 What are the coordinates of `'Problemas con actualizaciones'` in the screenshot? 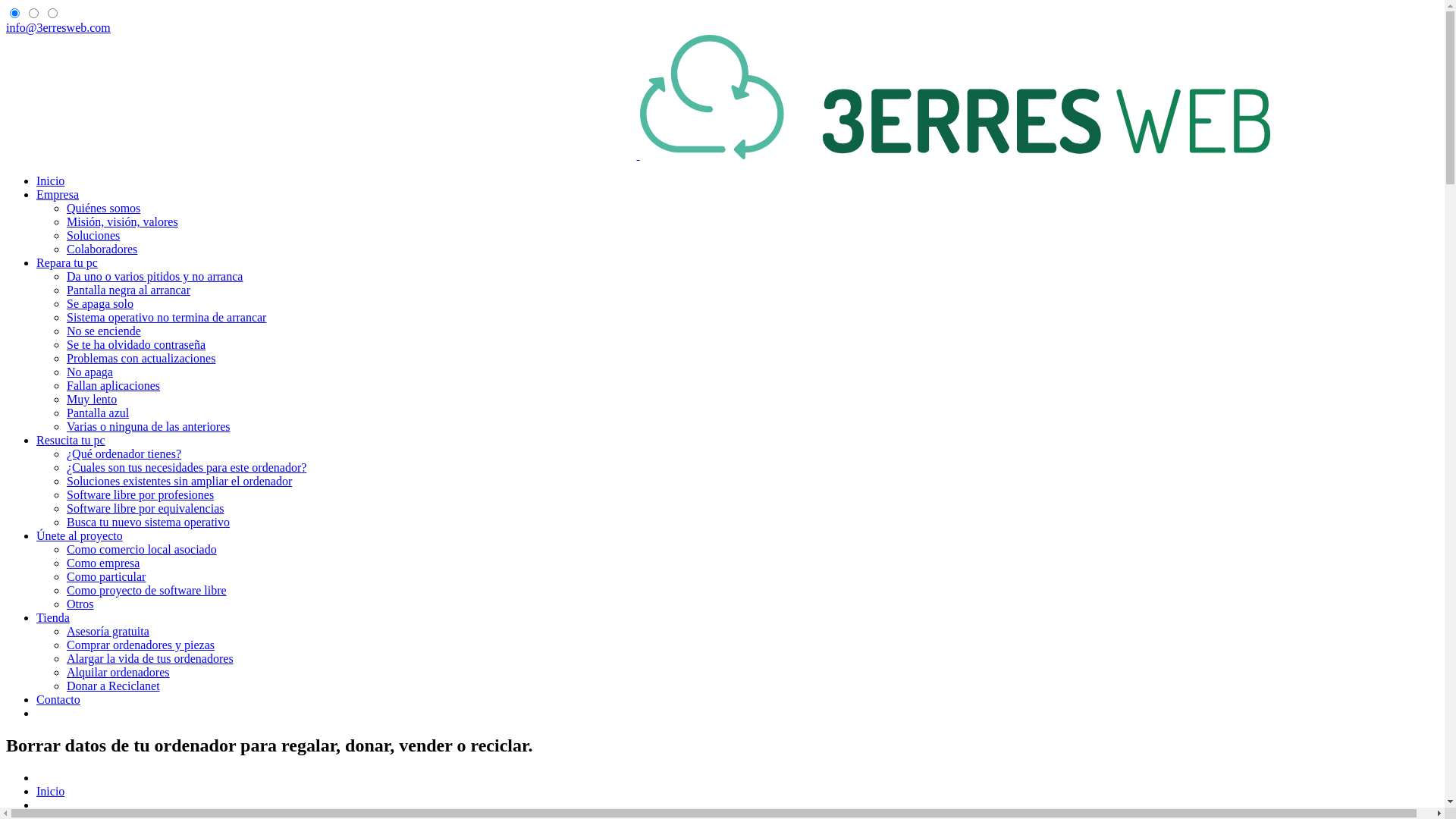 It's located at (65, 358).